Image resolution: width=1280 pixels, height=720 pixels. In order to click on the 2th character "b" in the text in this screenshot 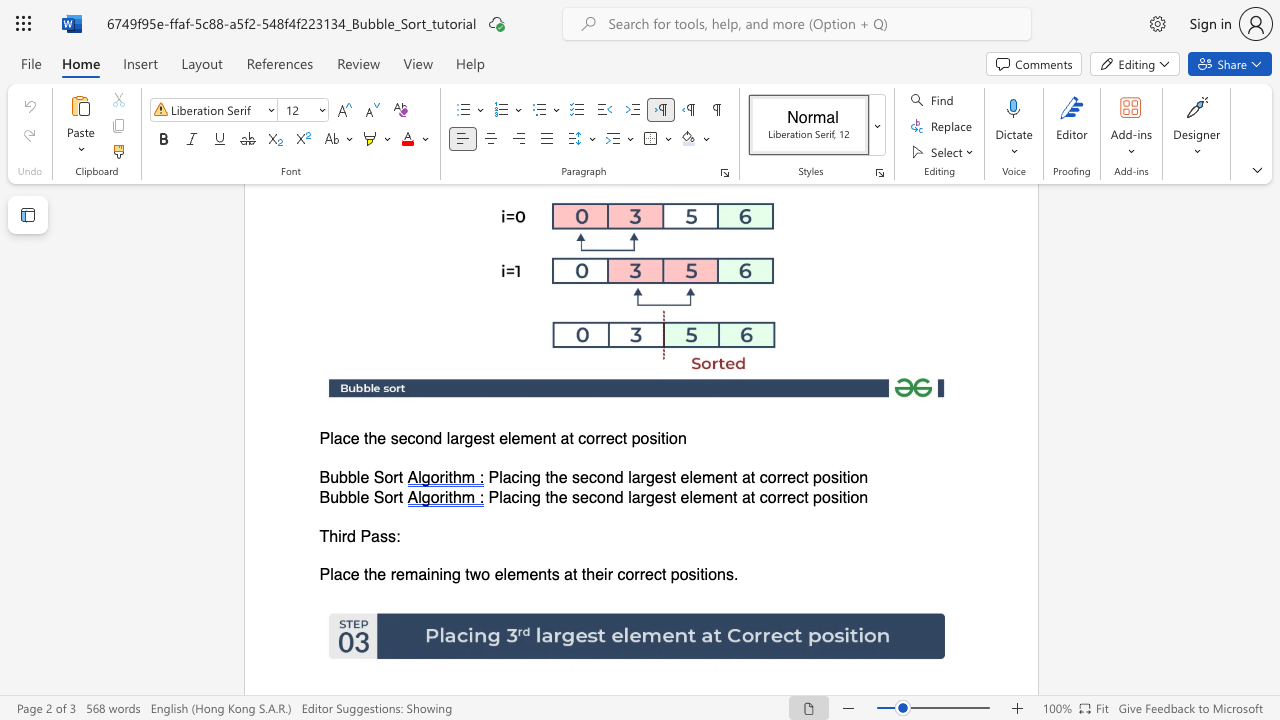, I will do `click(352, 478)`.